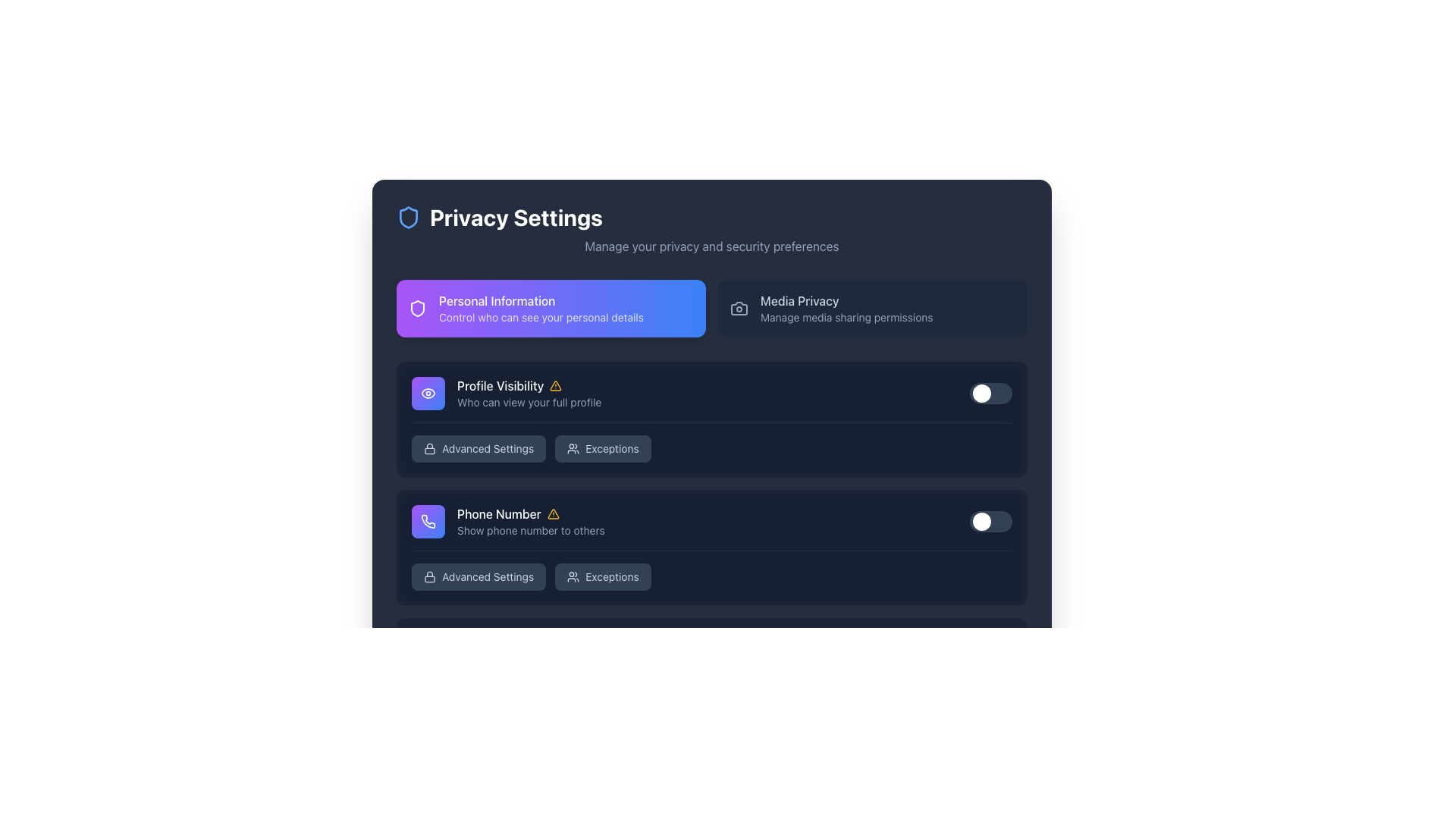  I want to click on the text label that says 'Manage your privacy and security preferences,' which is located beneath the 'Privacy Settings' title on a dark background, so click(711, 245).